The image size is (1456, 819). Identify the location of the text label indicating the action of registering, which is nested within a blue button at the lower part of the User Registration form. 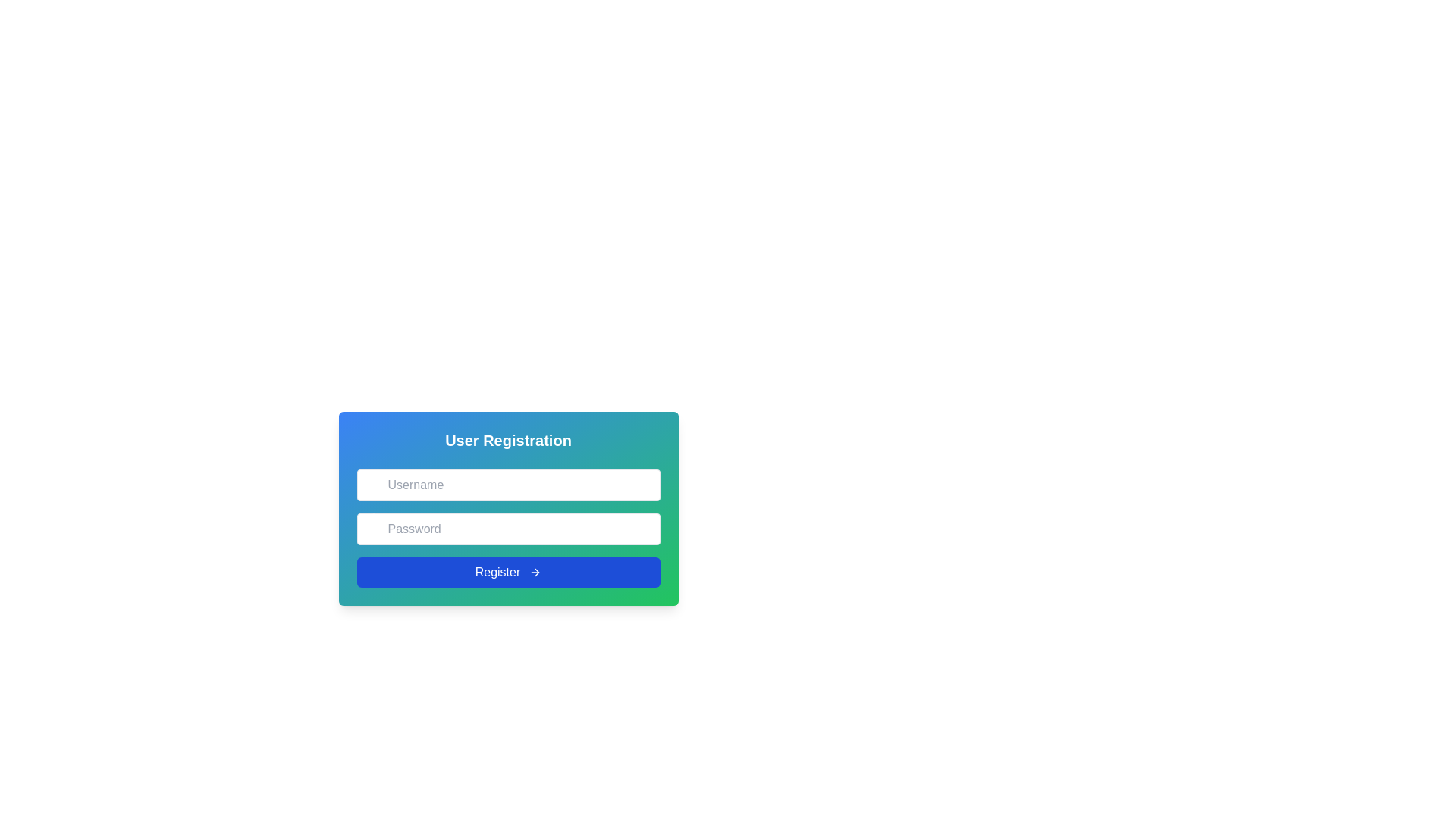
(497, 573).